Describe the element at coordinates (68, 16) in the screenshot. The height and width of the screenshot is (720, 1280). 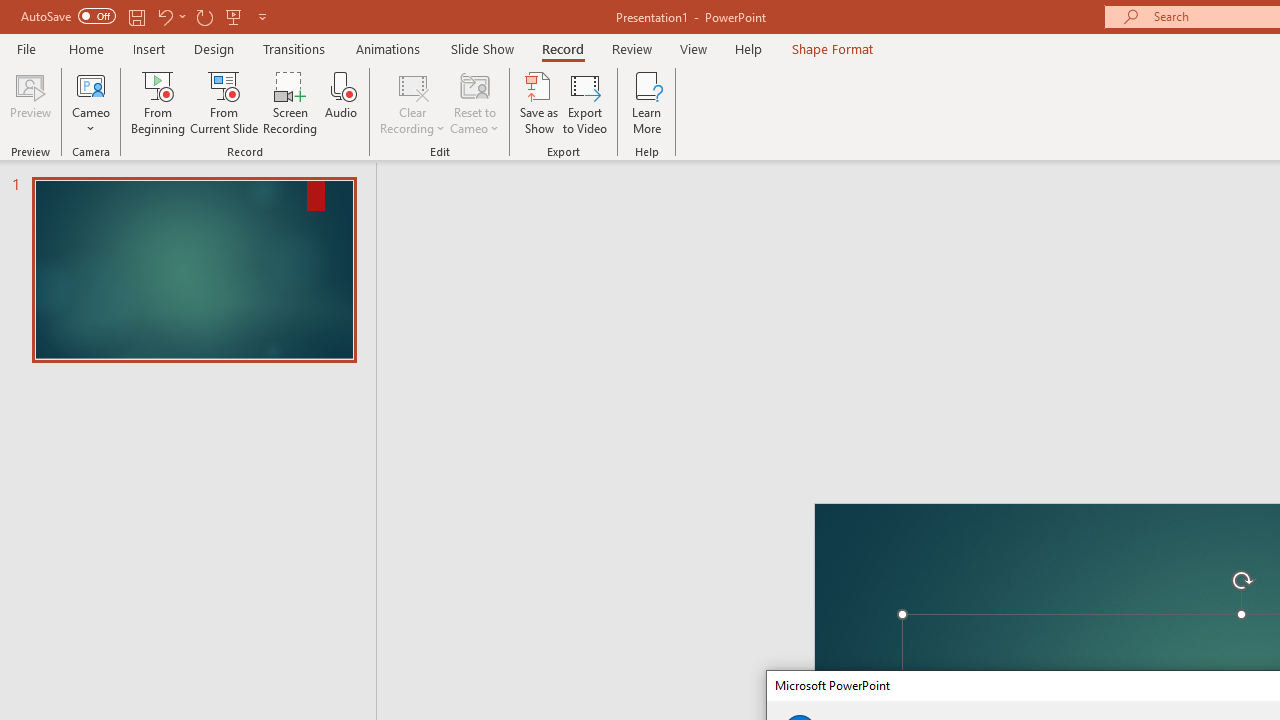
I see `'AutoSave'` at that location.